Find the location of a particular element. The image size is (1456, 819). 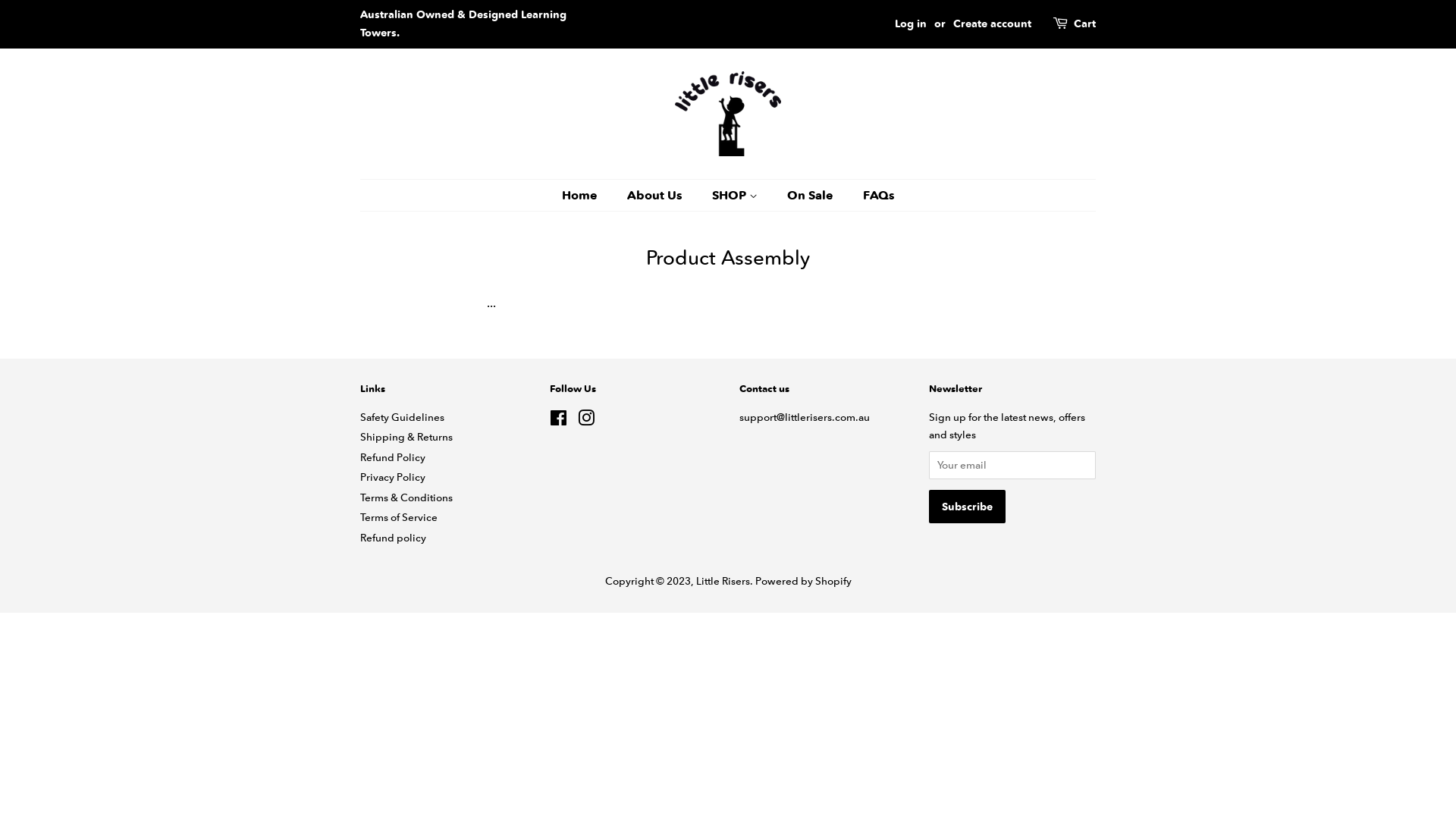

'Refund policy' is located at coordinates (393, 537).